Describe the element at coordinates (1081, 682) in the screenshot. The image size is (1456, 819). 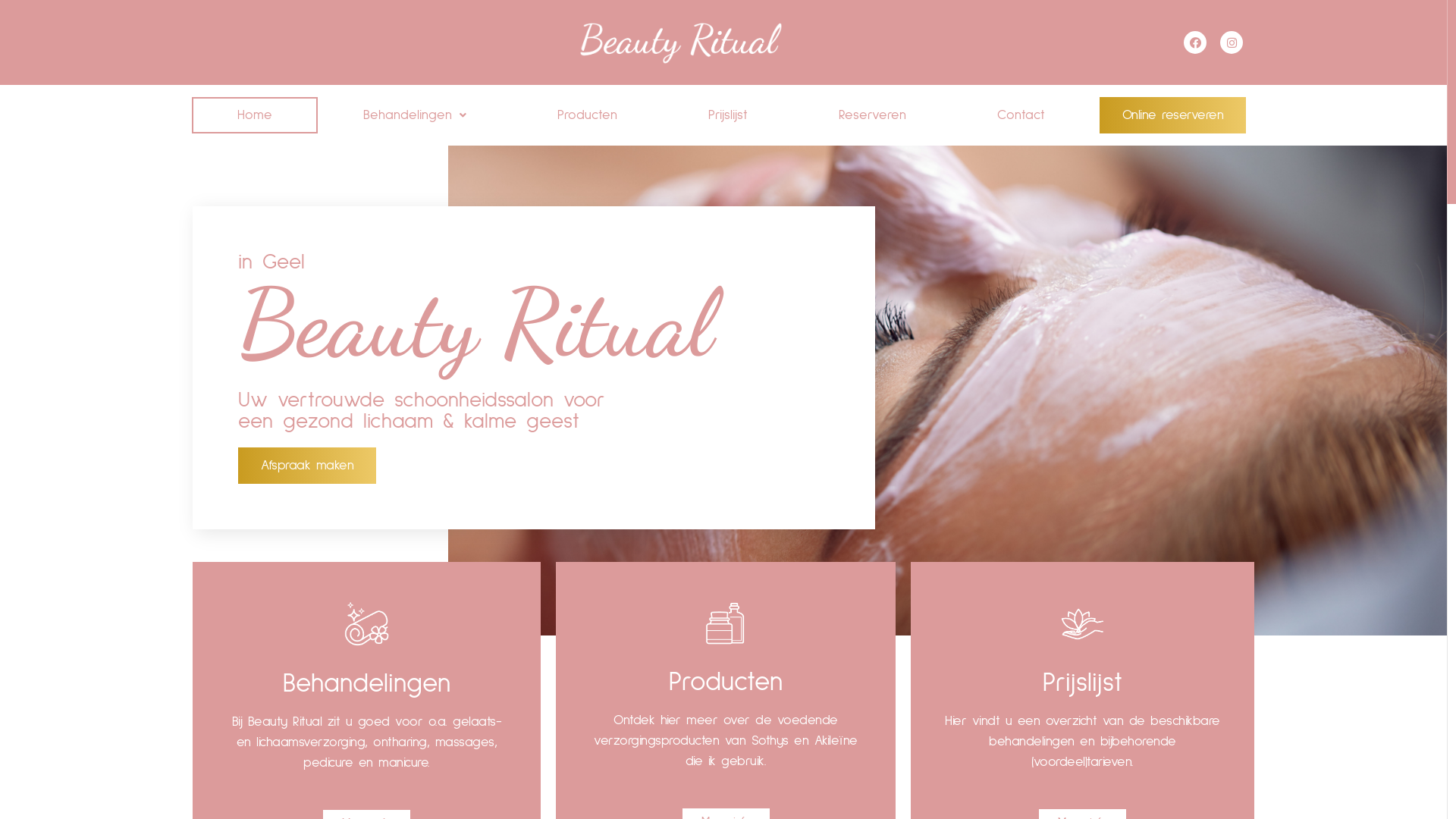
I see `'Prijslijst'` at that location.